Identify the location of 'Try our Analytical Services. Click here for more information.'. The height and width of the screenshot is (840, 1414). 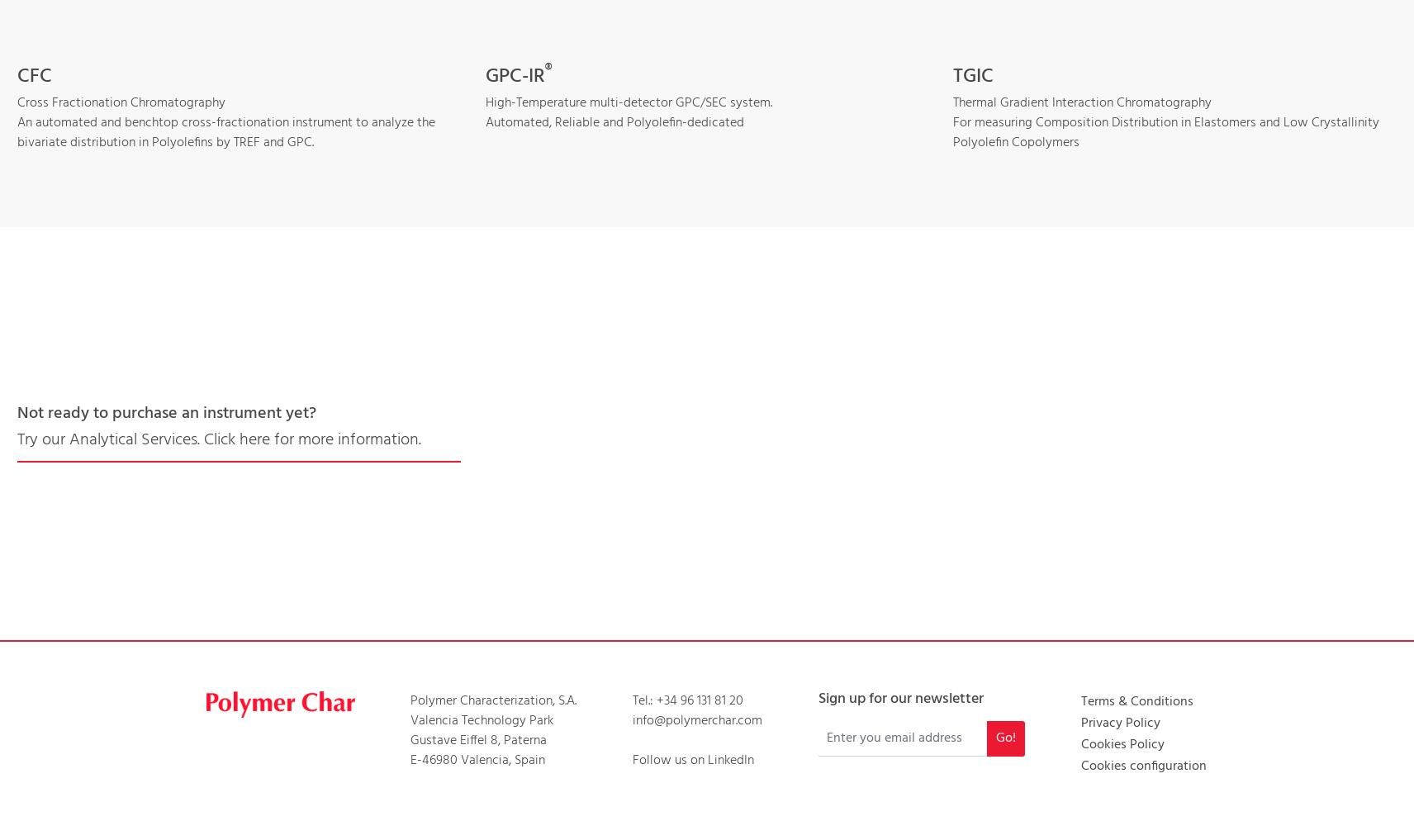
(219, 440).